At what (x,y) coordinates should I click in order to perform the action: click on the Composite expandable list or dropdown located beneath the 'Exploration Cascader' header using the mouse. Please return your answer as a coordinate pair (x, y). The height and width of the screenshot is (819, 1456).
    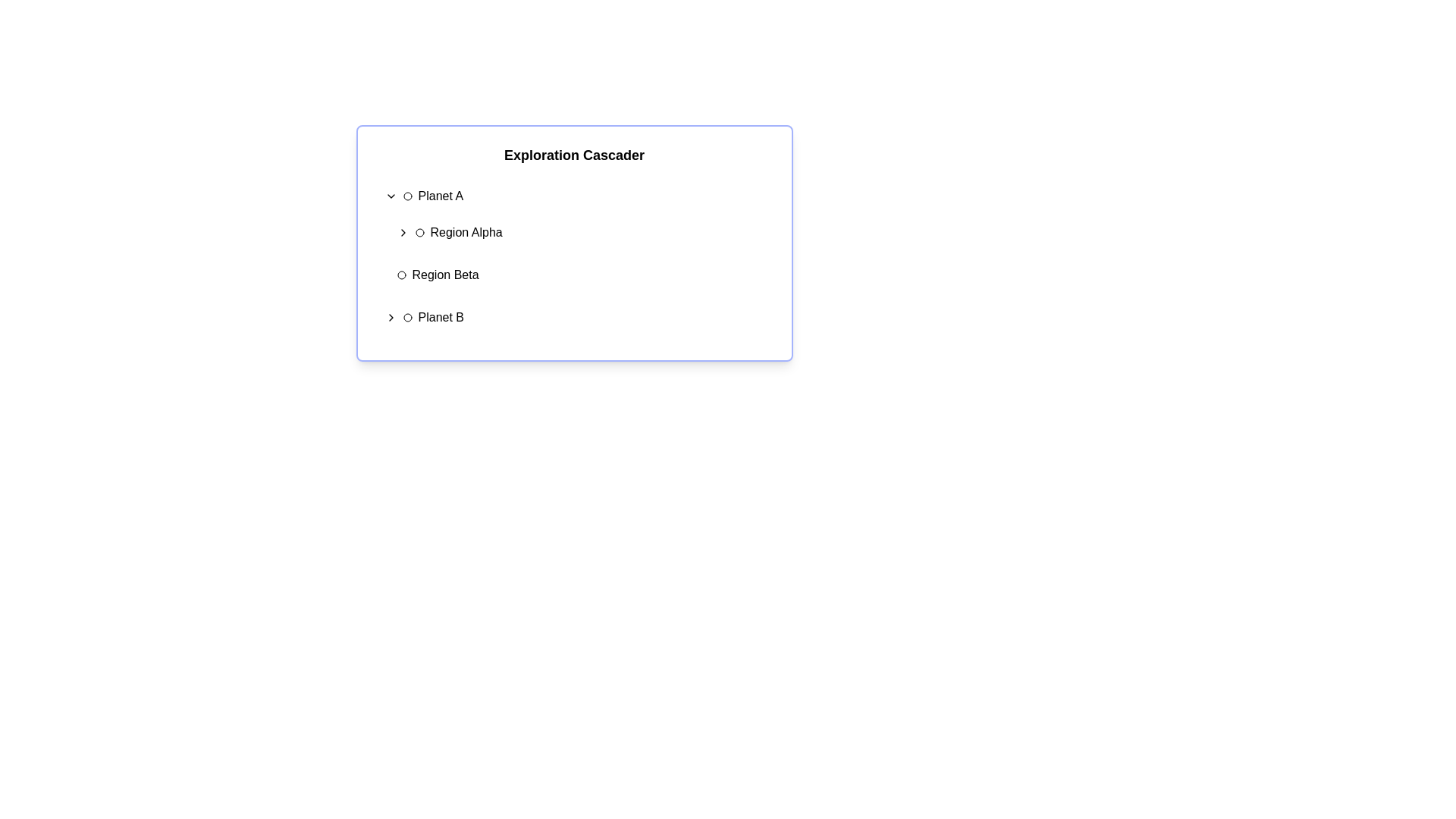
    Looking at the image, I should click on (573, 256).